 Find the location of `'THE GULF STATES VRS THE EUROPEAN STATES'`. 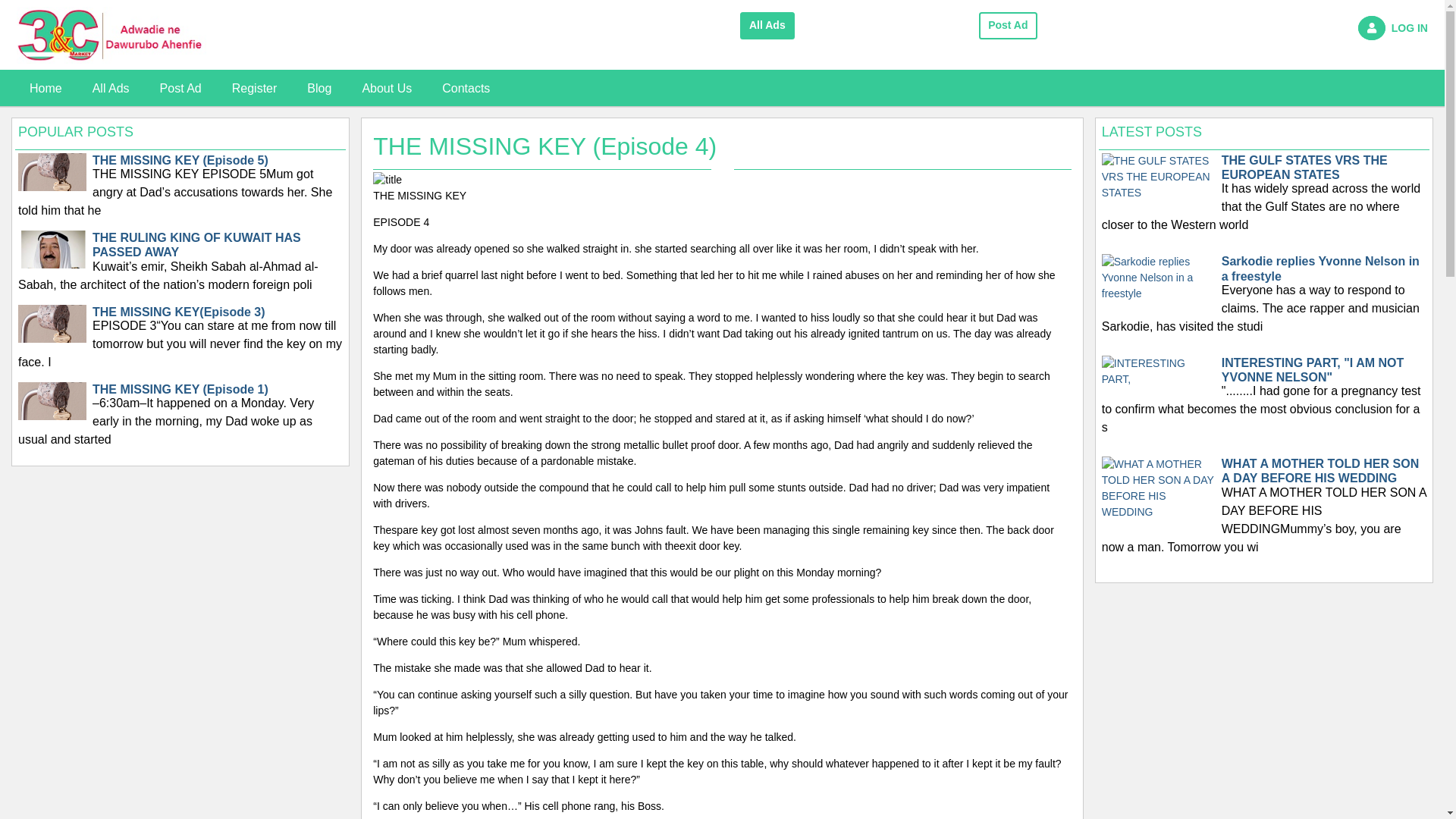

'THE GULF STATES VRS THE EUROPEAN STATES' is located at coordinates (1157, 174).